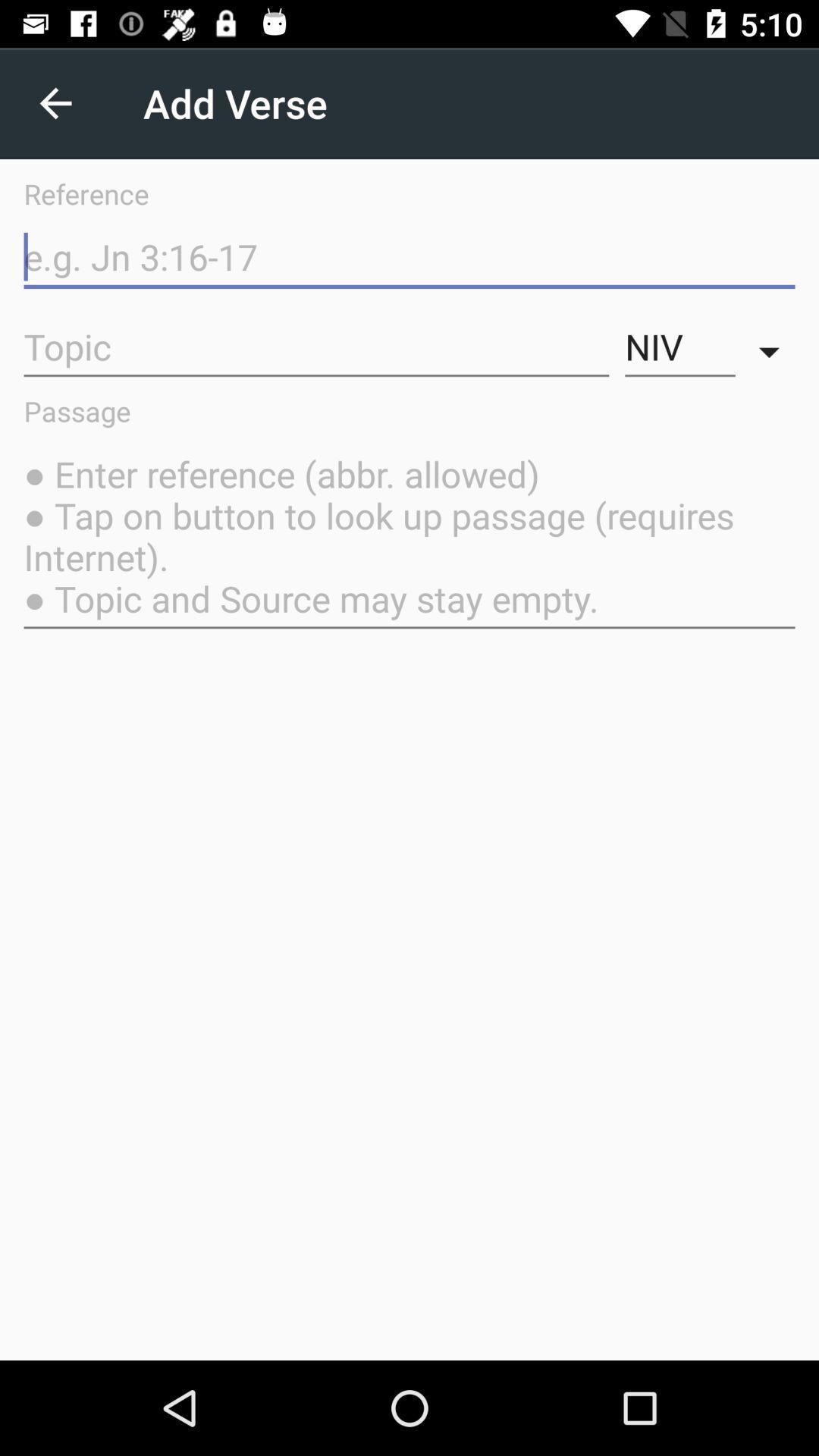  I want to click on the expand_more icon, so click(773, 347).